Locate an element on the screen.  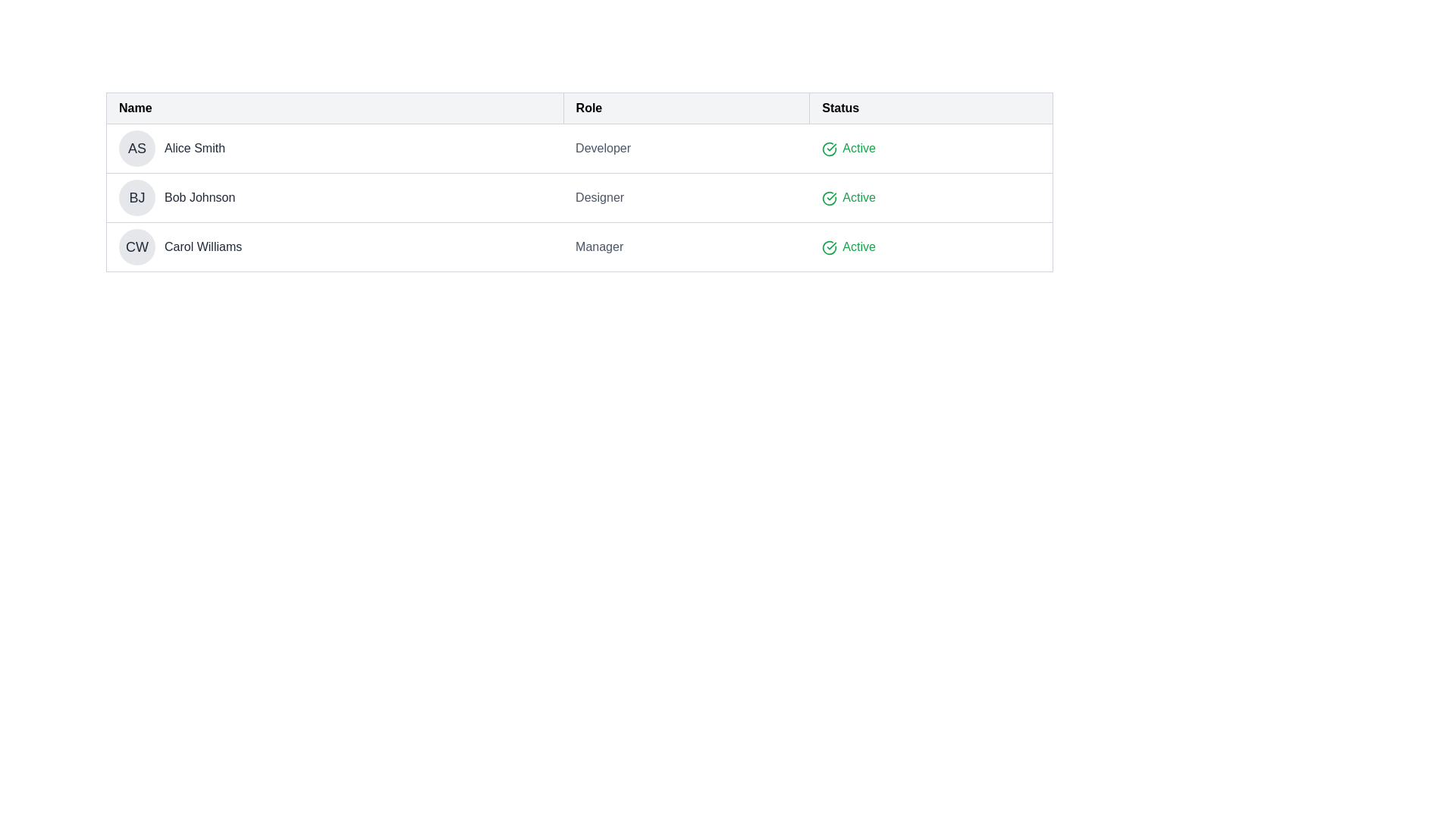
the Avatar placeholder for 'Alice Smith', which is located in the first column of the first row of a table-like layout, to the left of the text 'Alice Smith' is located at coordinates (137, 149).